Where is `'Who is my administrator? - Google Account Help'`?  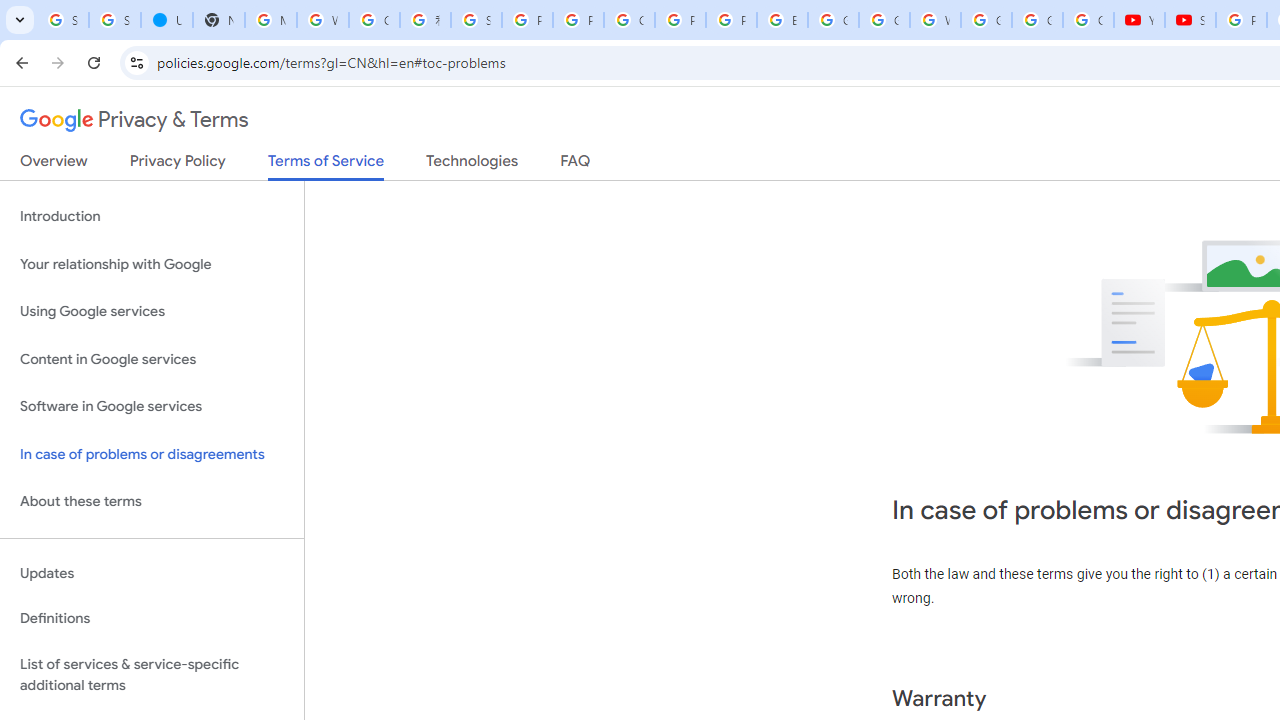
'Who is my administrator? - Google Account Help' is located at coordinates (323, 20).